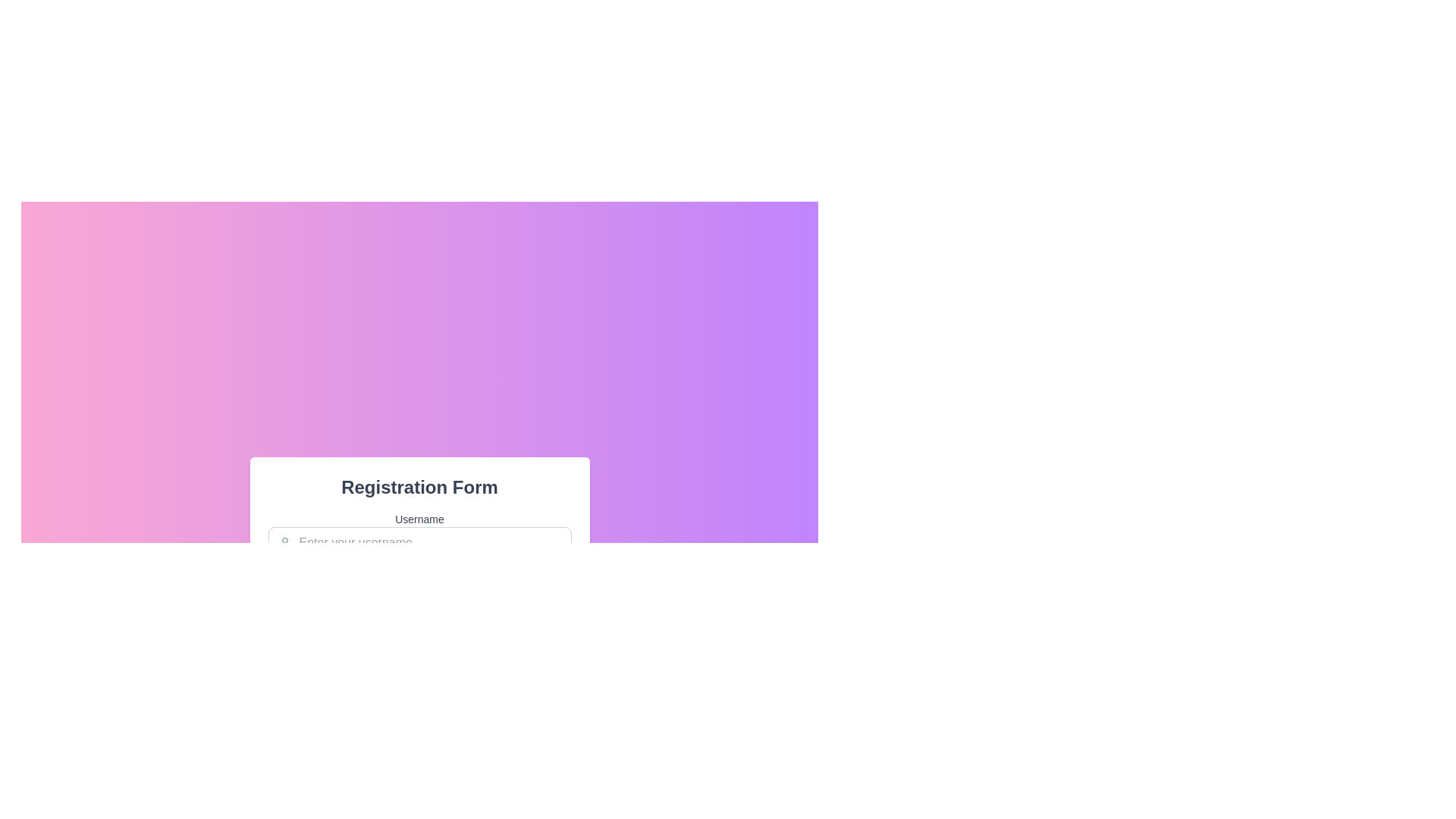 This screenshot has width=1456, height=819. What do you see at coordinates (284, 543) in the screenshot?
I see `the icon indicating the purpose of the adjacent input field for entering a username, which is positioned near the top-left corner of the field` at bounding box center [284, 543].